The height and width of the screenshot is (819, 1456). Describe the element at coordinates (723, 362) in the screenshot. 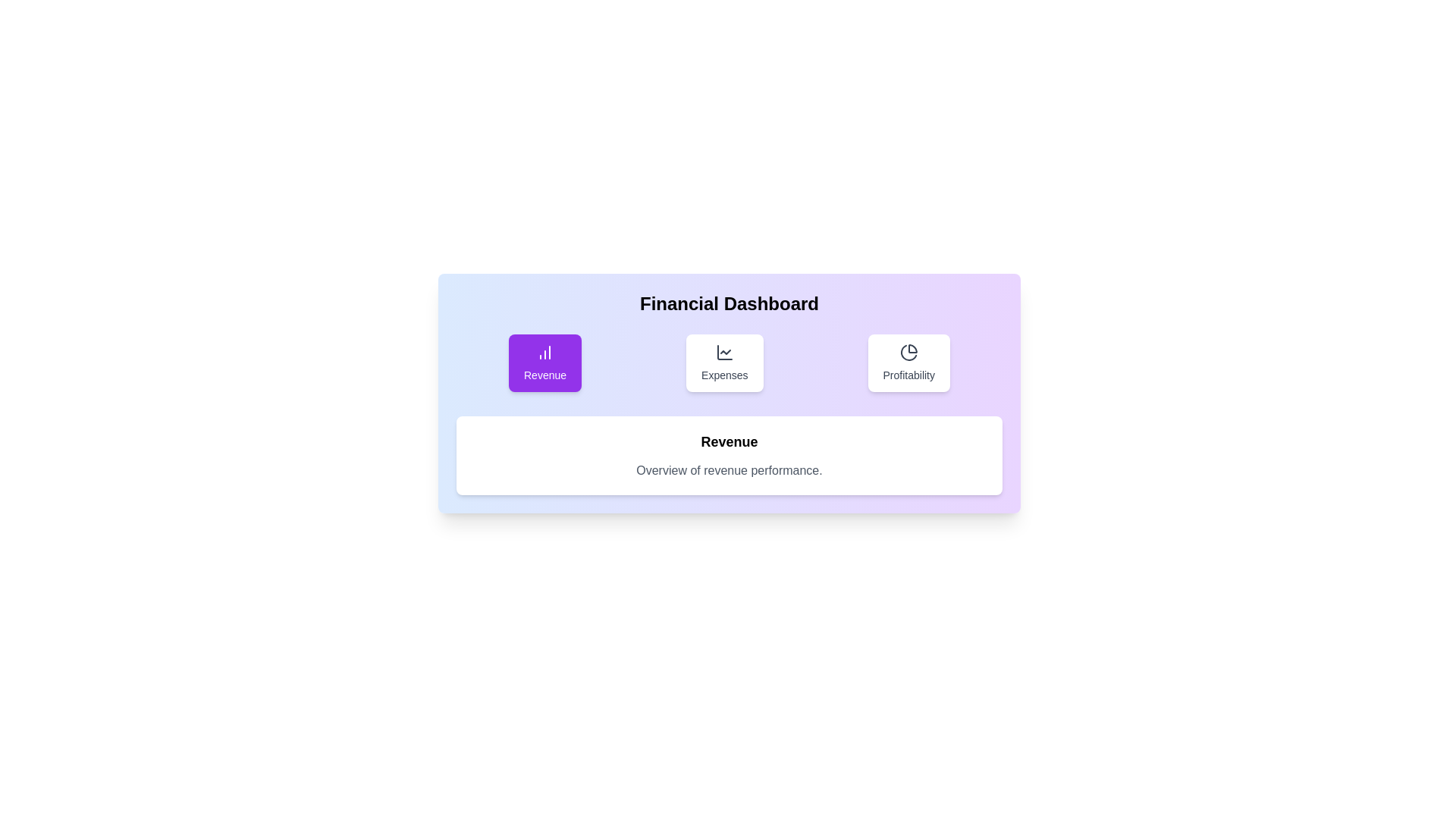

I see `the Expenses tab on the FinancialDashboard component` at that location.